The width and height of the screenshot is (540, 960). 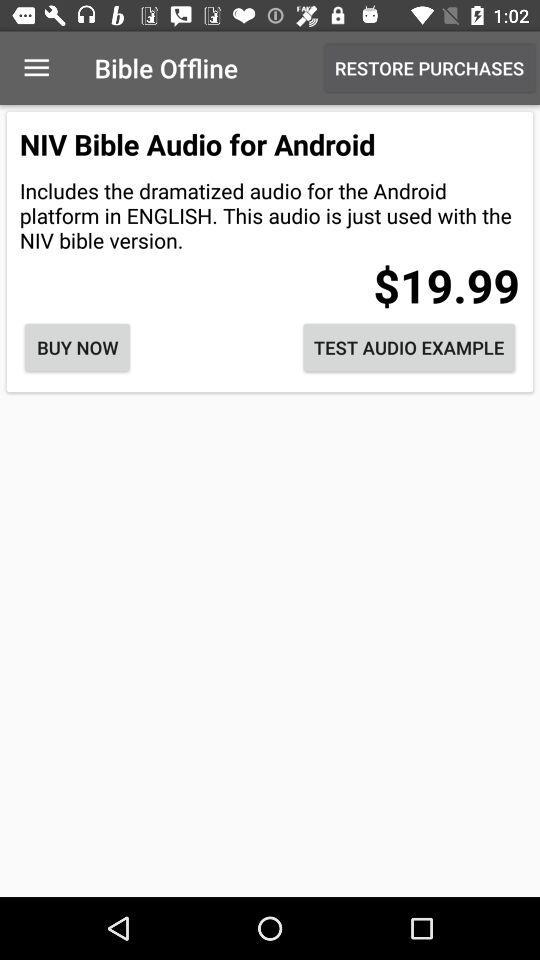 What do you see at coordinates (428, 68) in the screenshot?
I see `item next to the bible offline item` at bounding box center [428, 68].